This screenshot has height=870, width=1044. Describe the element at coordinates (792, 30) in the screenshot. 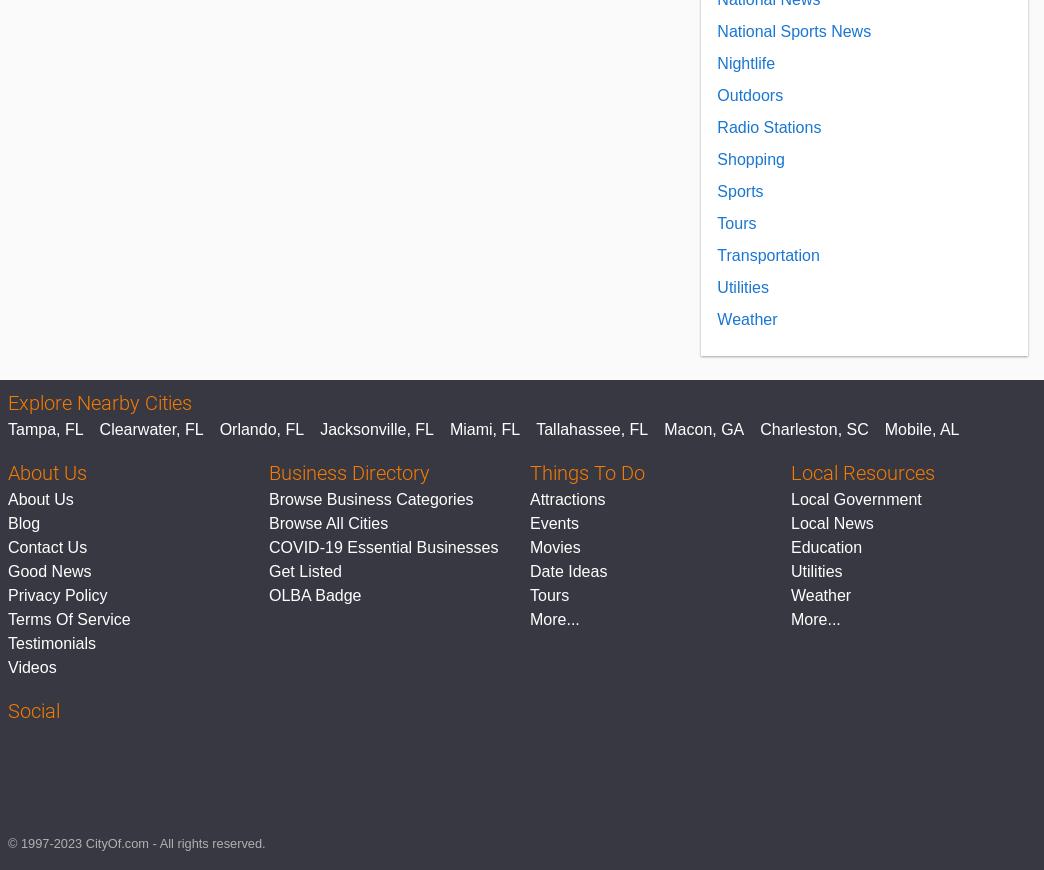

I see `'National Sports News'` at that location.